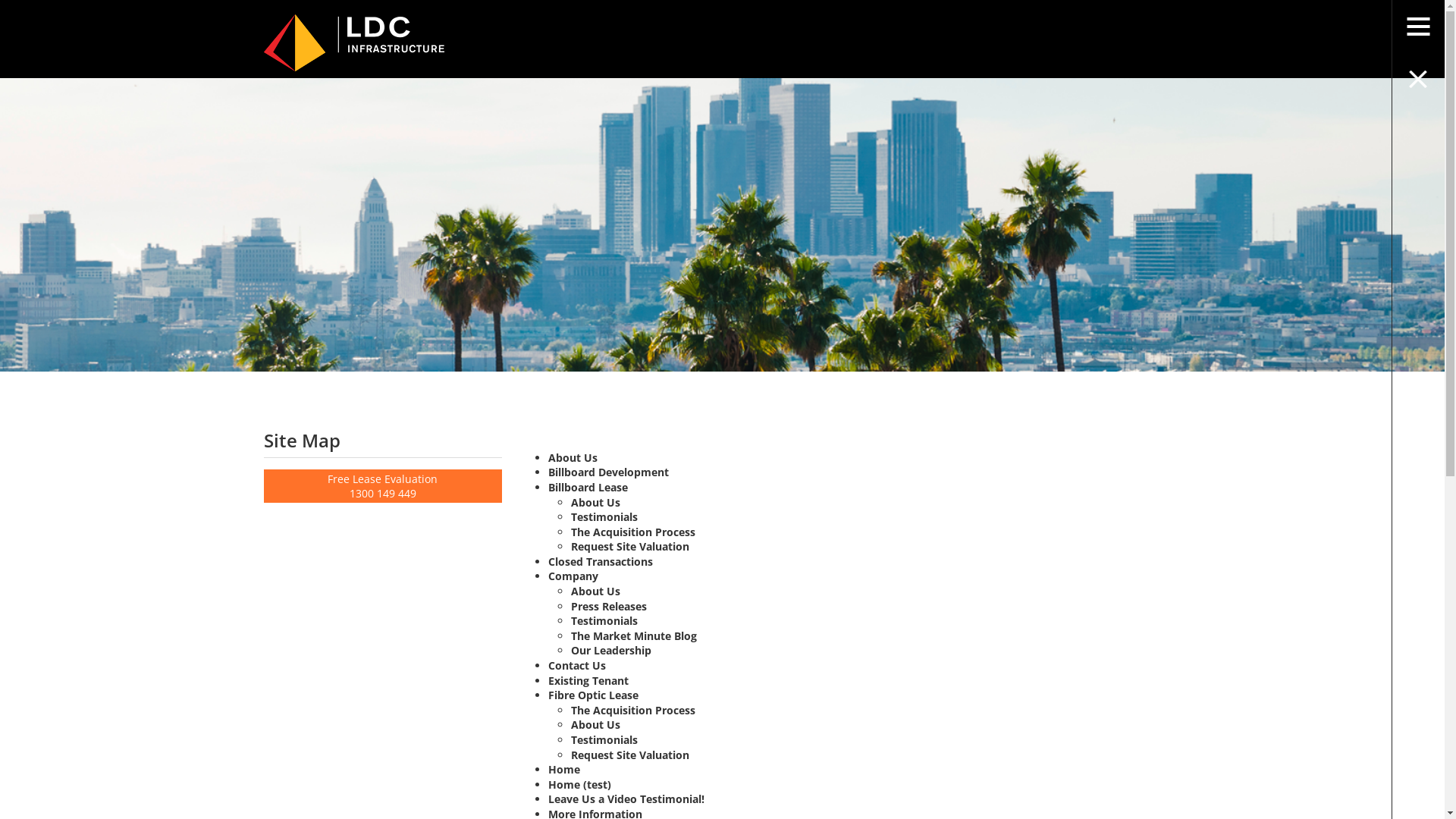 This screenshot has width=1456, height=819. What do you see at coordinates (548, 664) in the screenshot?
I see `'Contact Us'` at bounding box center [548, 664].